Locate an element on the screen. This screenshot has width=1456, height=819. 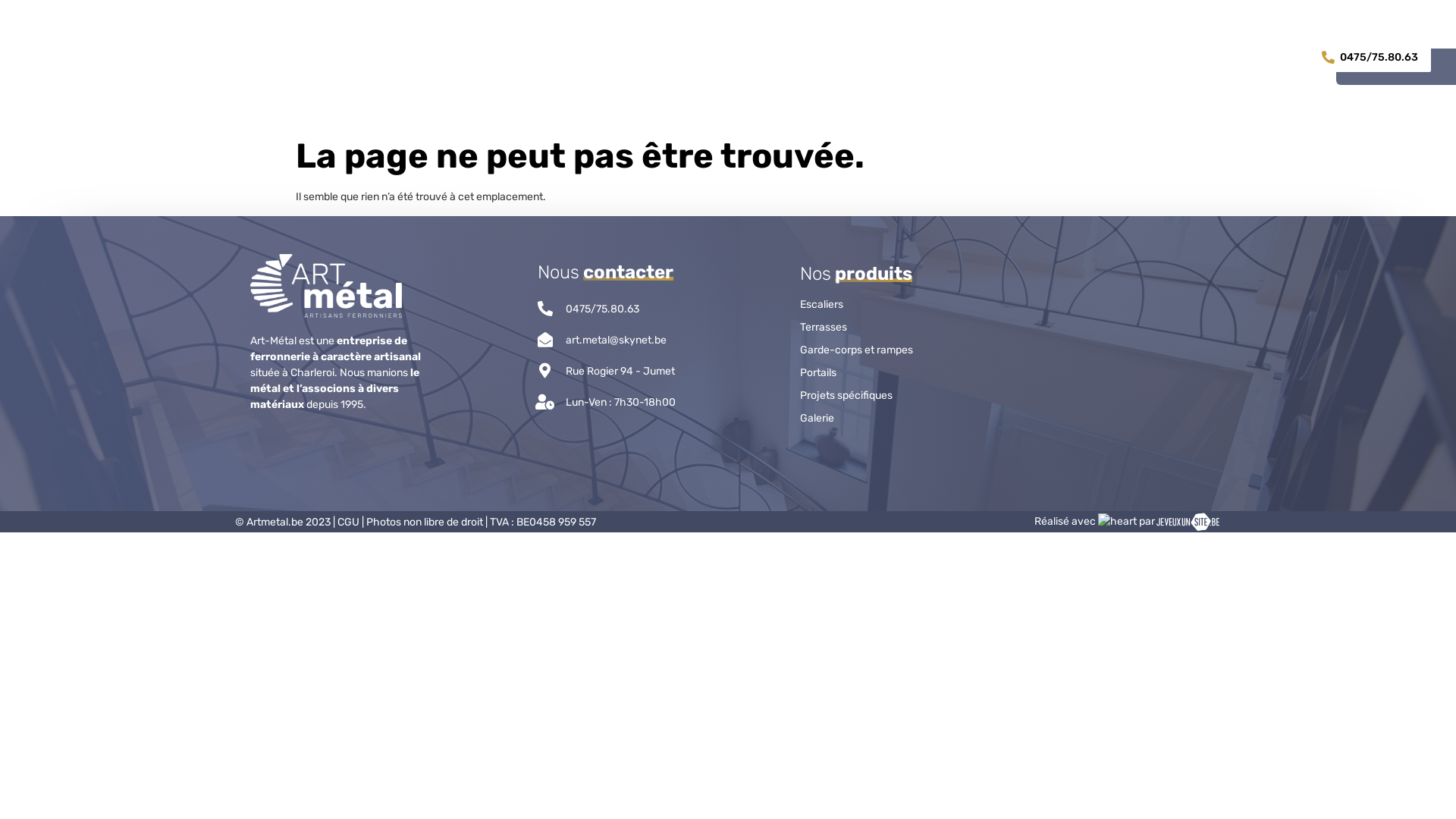
'0475/75.80.63' is located at coordinates (601, 308).